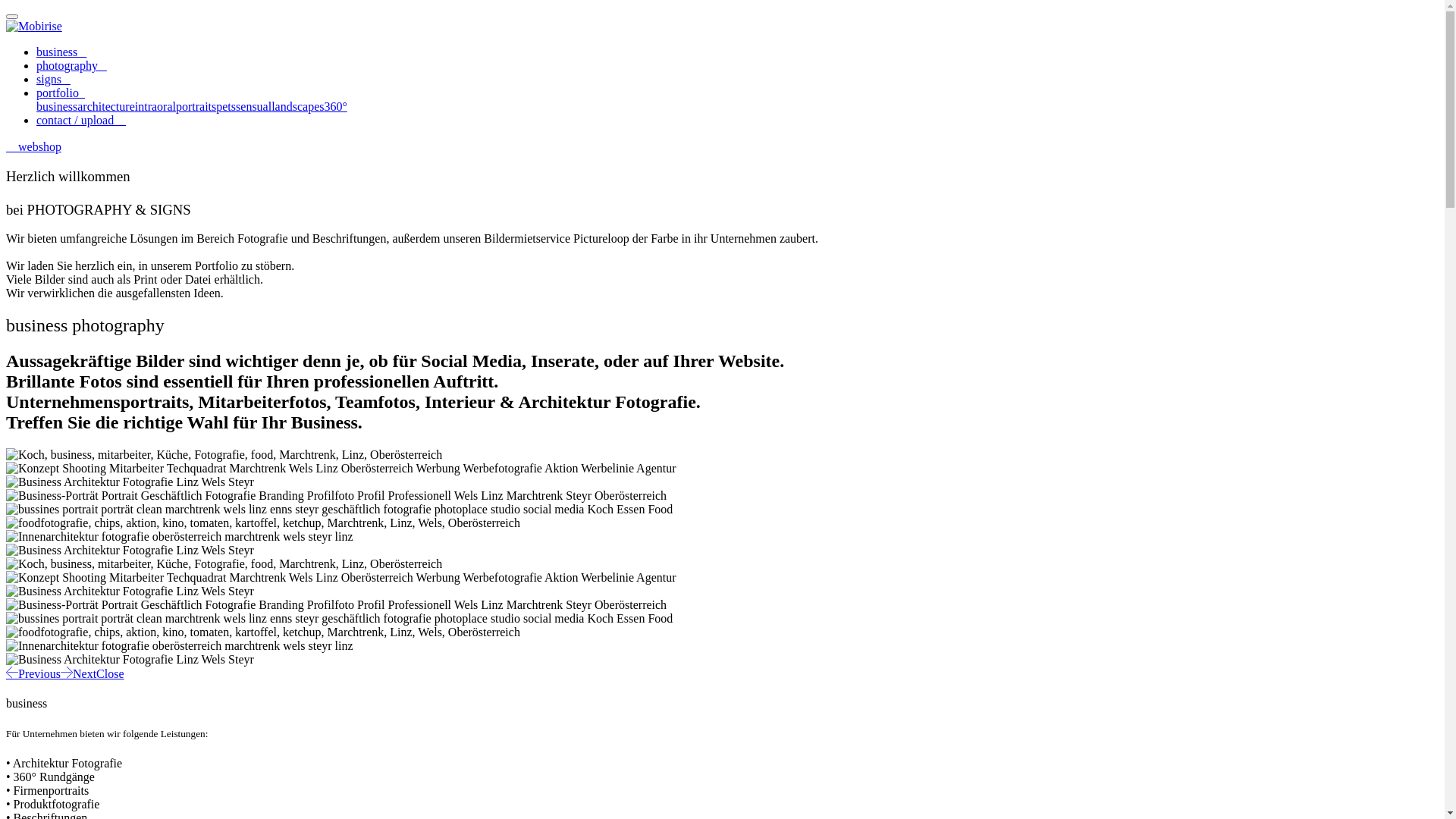 The image size is (1456, 819). Describe the element at coordinates (224, 105) in the screenshot. I see `'pets'` at that location.